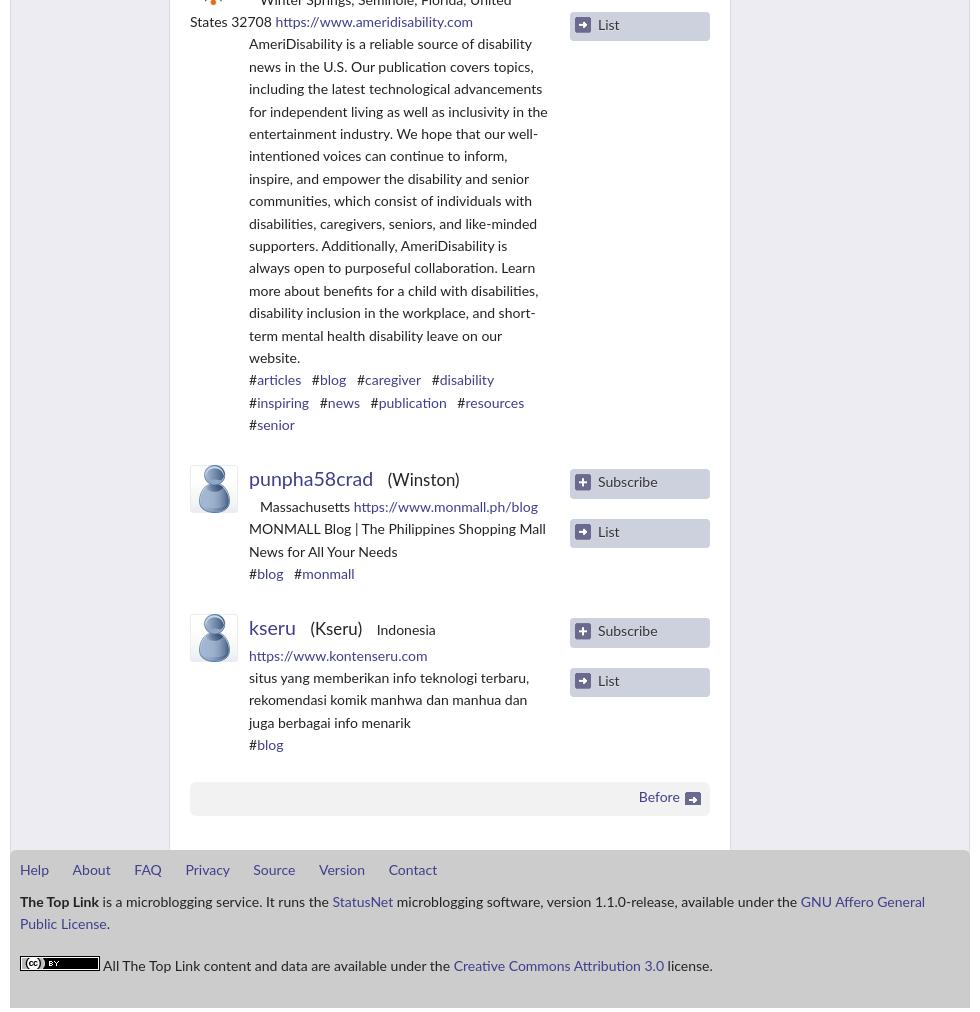  I want to click on 'license.', so click(687, 966).